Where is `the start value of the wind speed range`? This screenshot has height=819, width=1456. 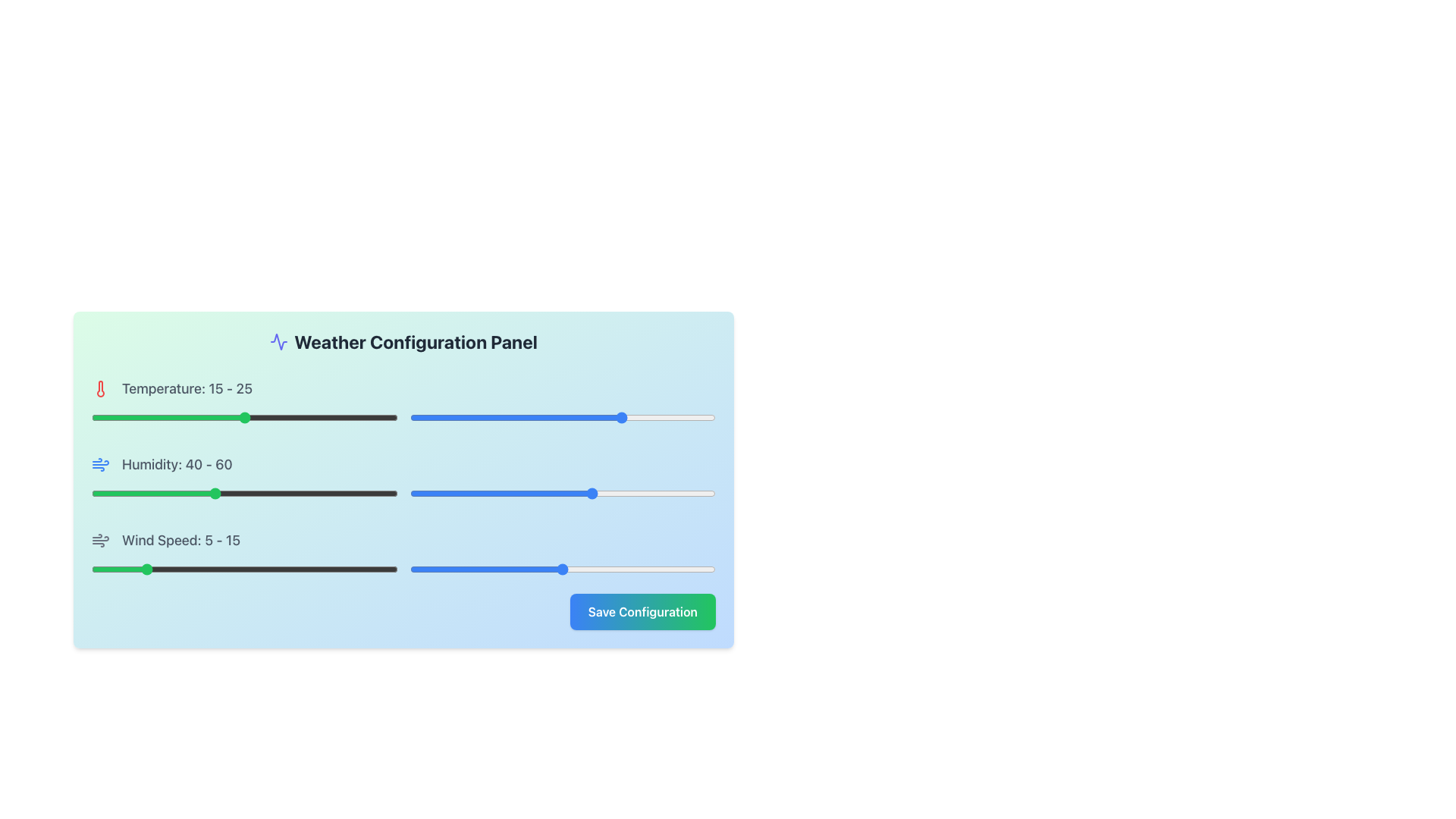
the start value of the wind speed range is located at coordinates (377, 570).